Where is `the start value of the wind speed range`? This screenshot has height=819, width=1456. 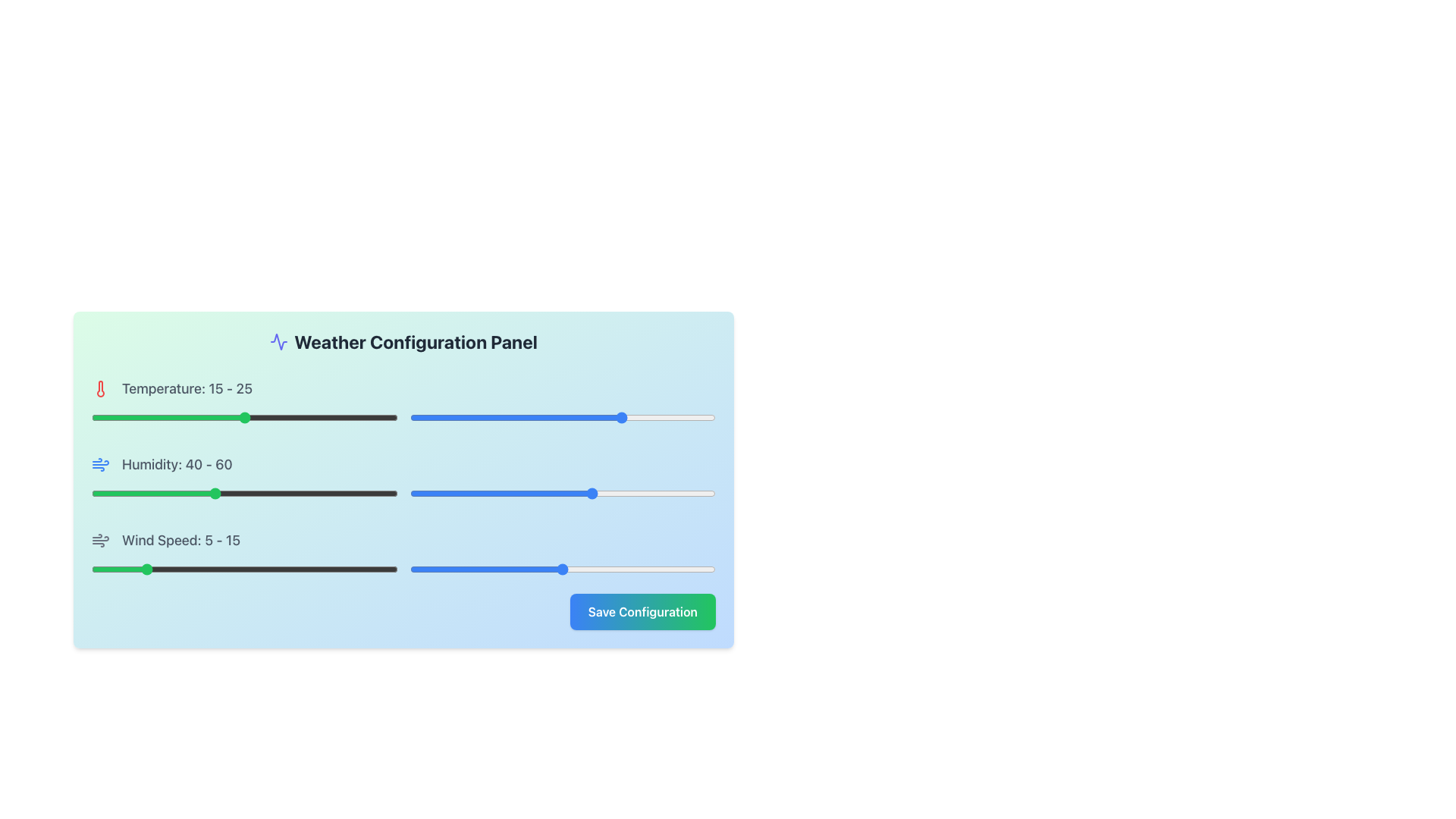
the start value of the wind speed range is located at coordinates (377, 570).